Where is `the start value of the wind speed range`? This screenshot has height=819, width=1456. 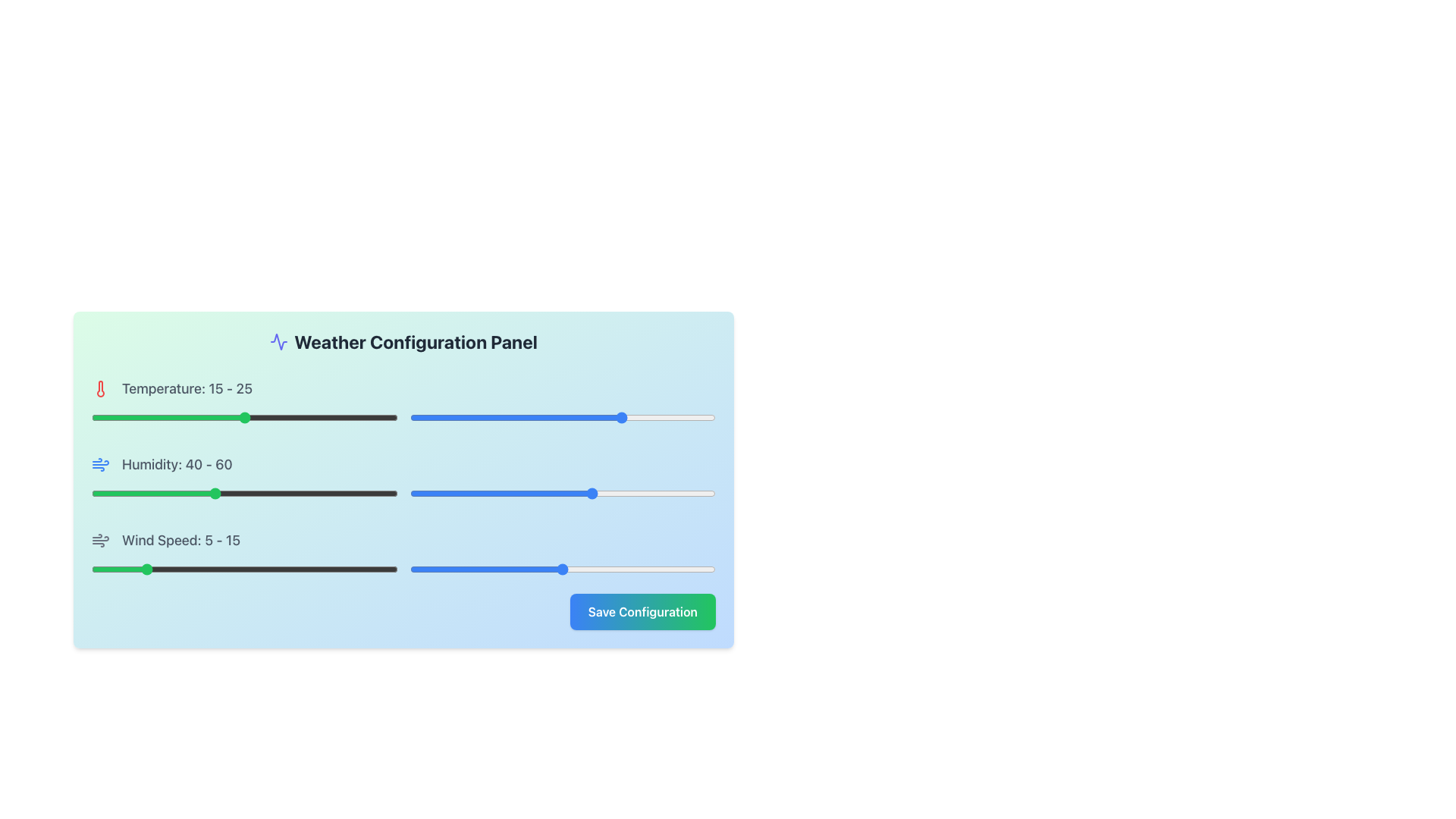
the start value of the wind speed range is located at coordinates (377, 570).